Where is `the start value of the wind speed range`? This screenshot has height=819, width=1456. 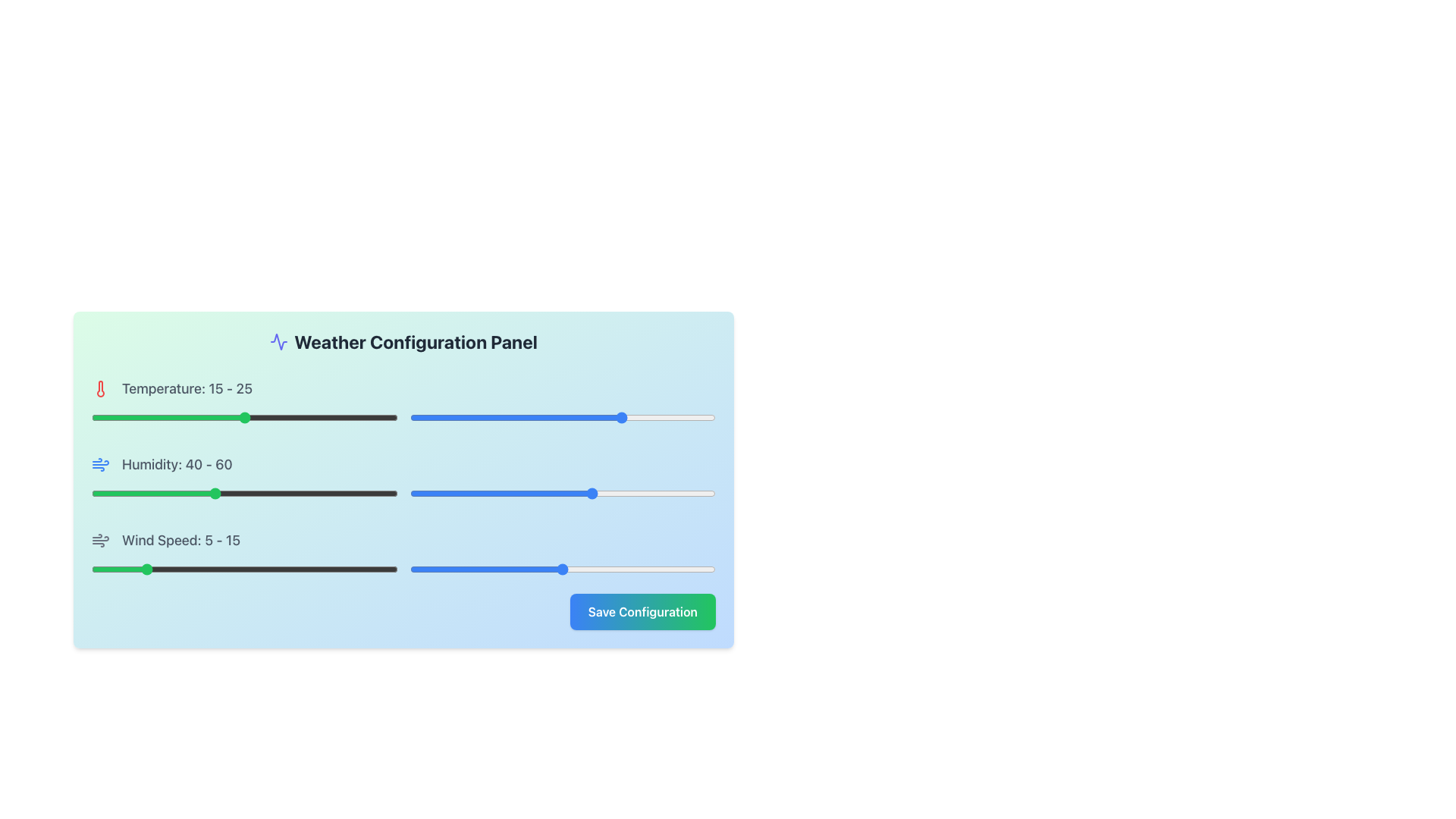
the start value of the wind speed range is located at coordinates (377, 570).